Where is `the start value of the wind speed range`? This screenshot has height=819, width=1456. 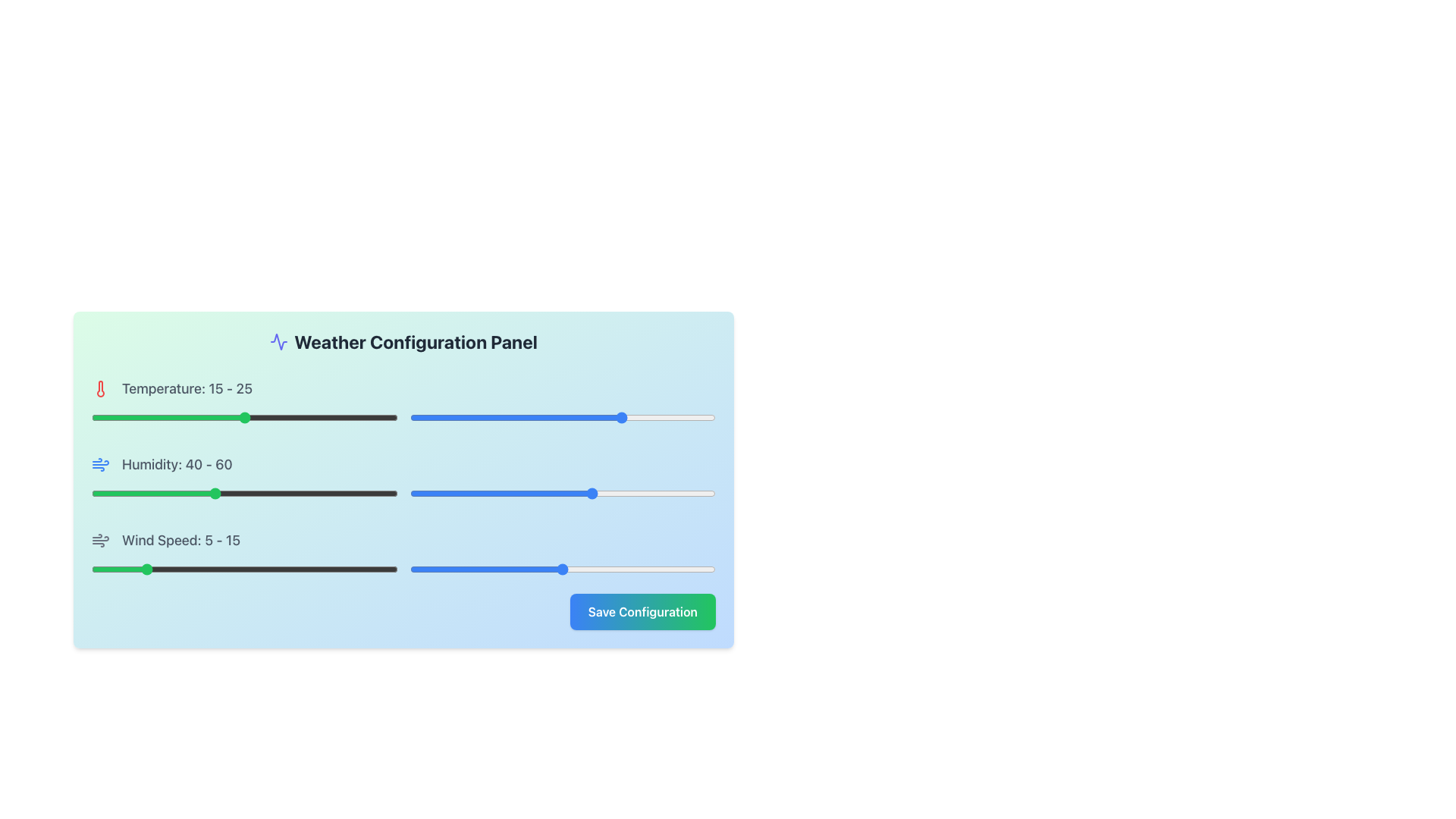
the start value of the wind speed range is located at coordinates (377, 570).